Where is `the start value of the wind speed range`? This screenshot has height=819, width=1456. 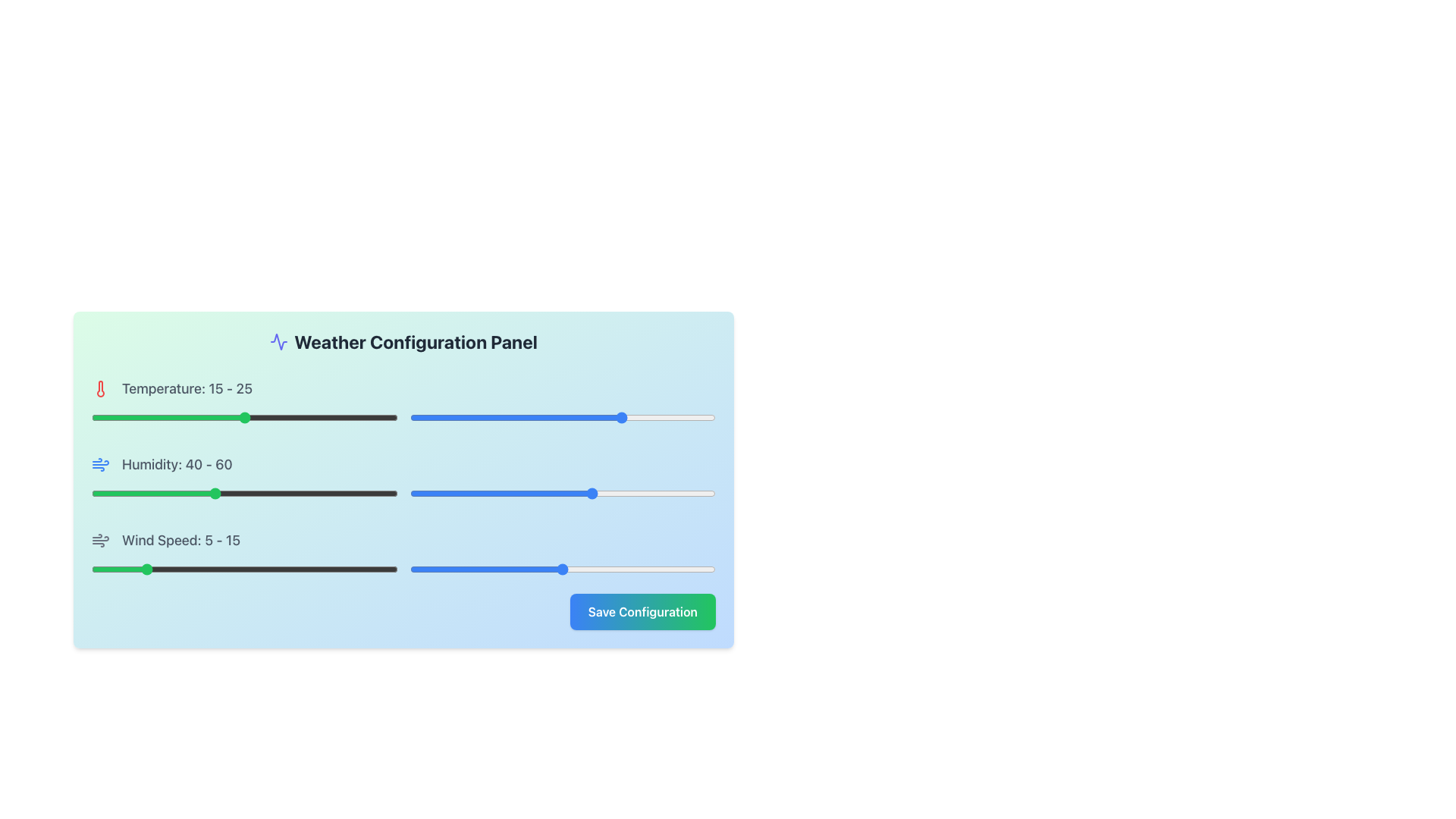
the start value of the wind speed range is located at coordinates (377, 570).